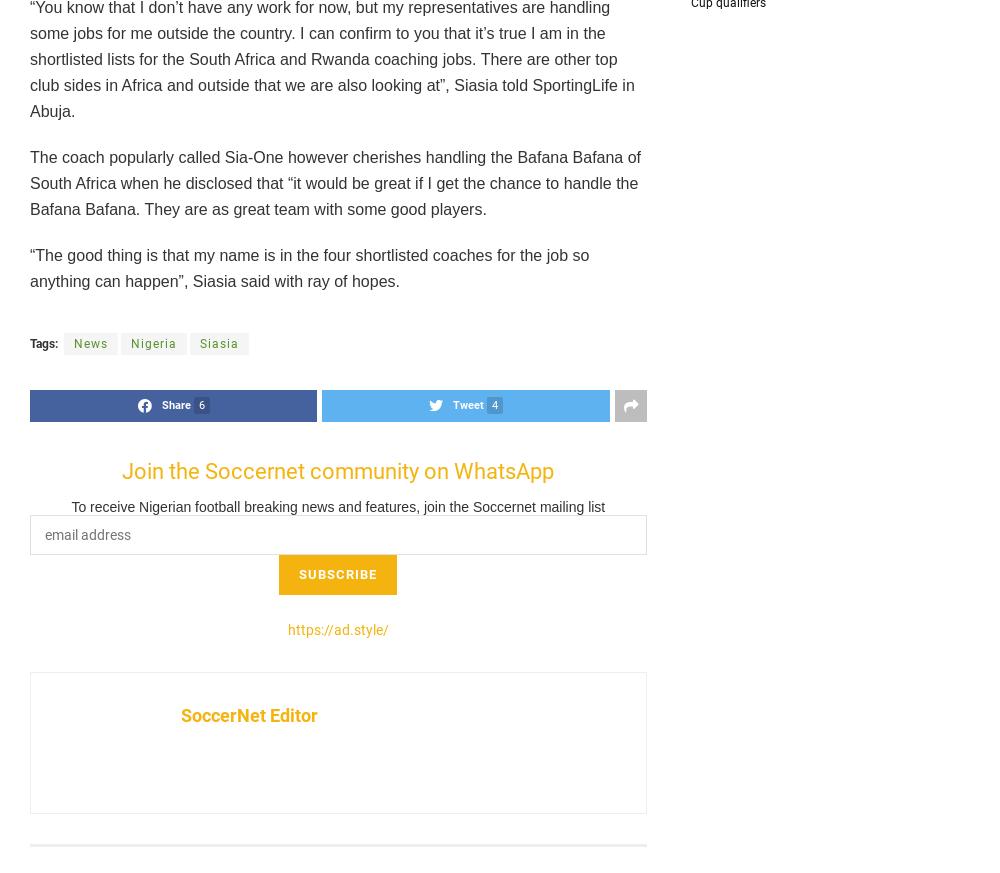  What do you see at coordinates (30, 268) in the screenshot?
I see `'“The good thing is that my name is in the four shortlisted coaches for the job so anything can happen”, Siasia said with ray of hopes.'` at bounding box center [30, 268].